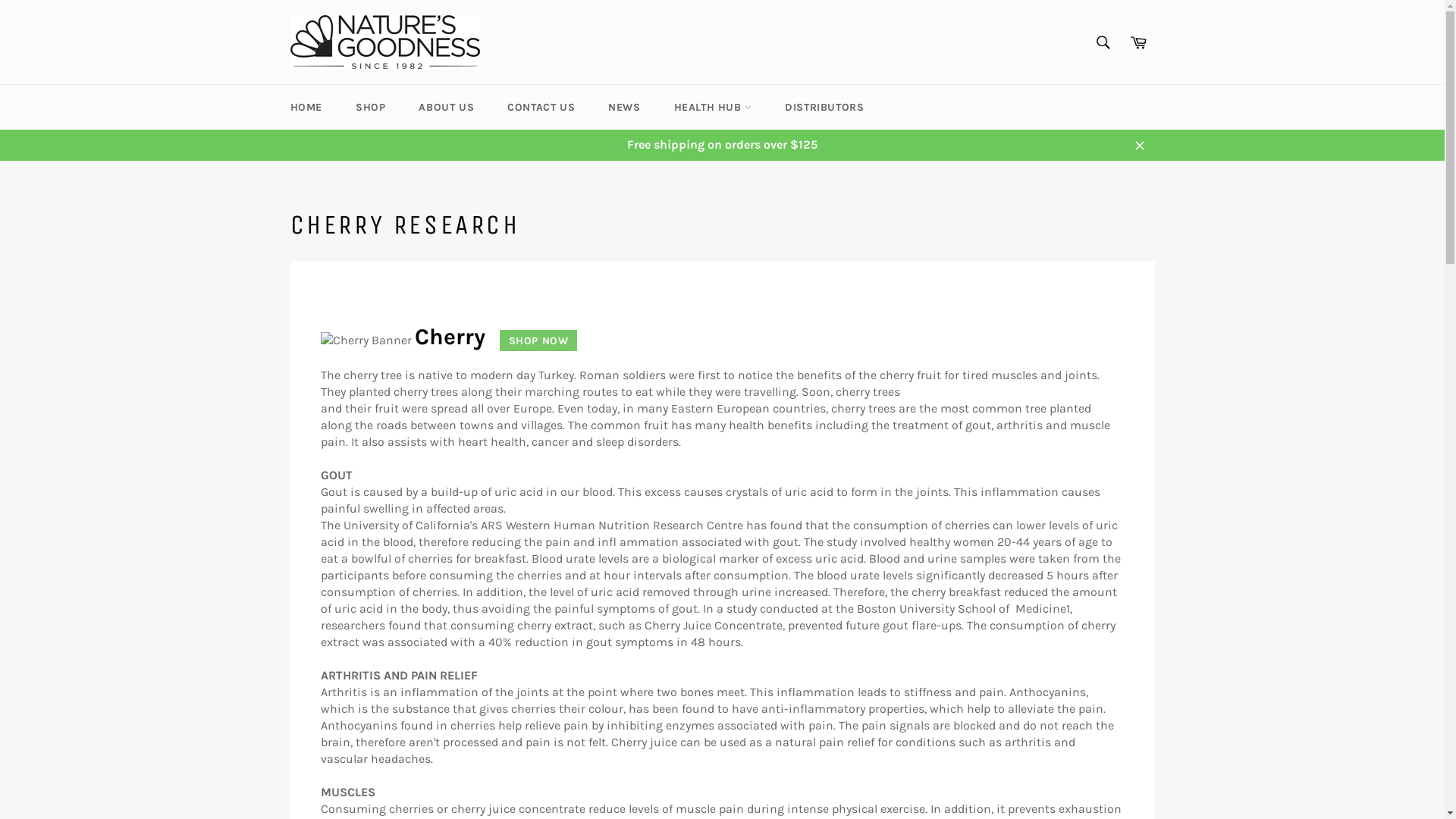 The width and height of the screenshot is (1456, 819). I want to click on 'NEWS', so click(623, 106).